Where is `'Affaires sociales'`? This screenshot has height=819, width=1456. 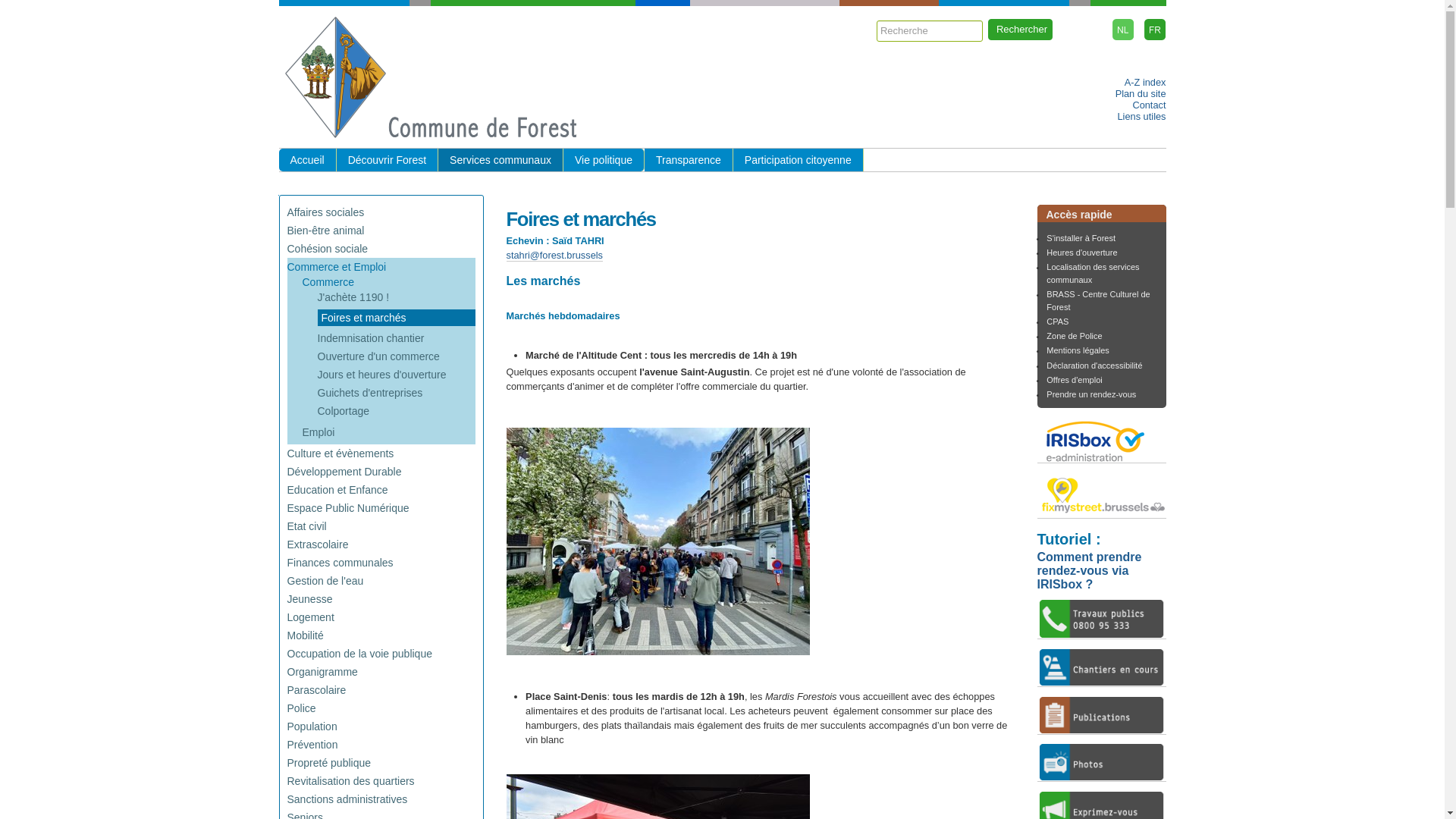
'Affaires sociales' is located at coordinates (324, 212).